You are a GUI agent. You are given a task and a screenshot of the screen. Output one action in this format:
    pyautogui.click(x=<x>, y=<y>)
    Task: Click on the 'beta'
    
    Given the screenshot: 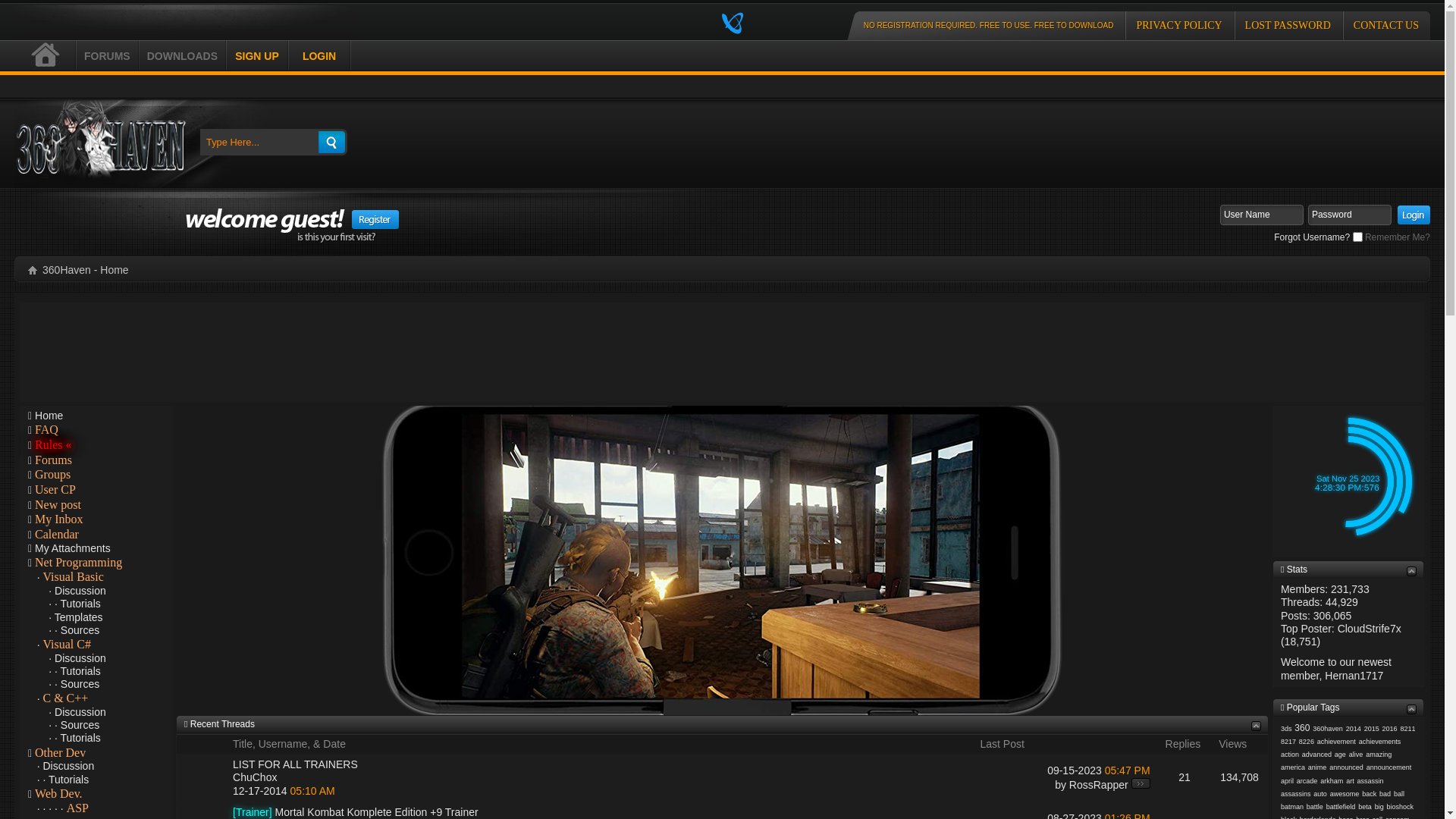 What is the action you would take?
    pyautogui.click(x=1365, y=806)
    